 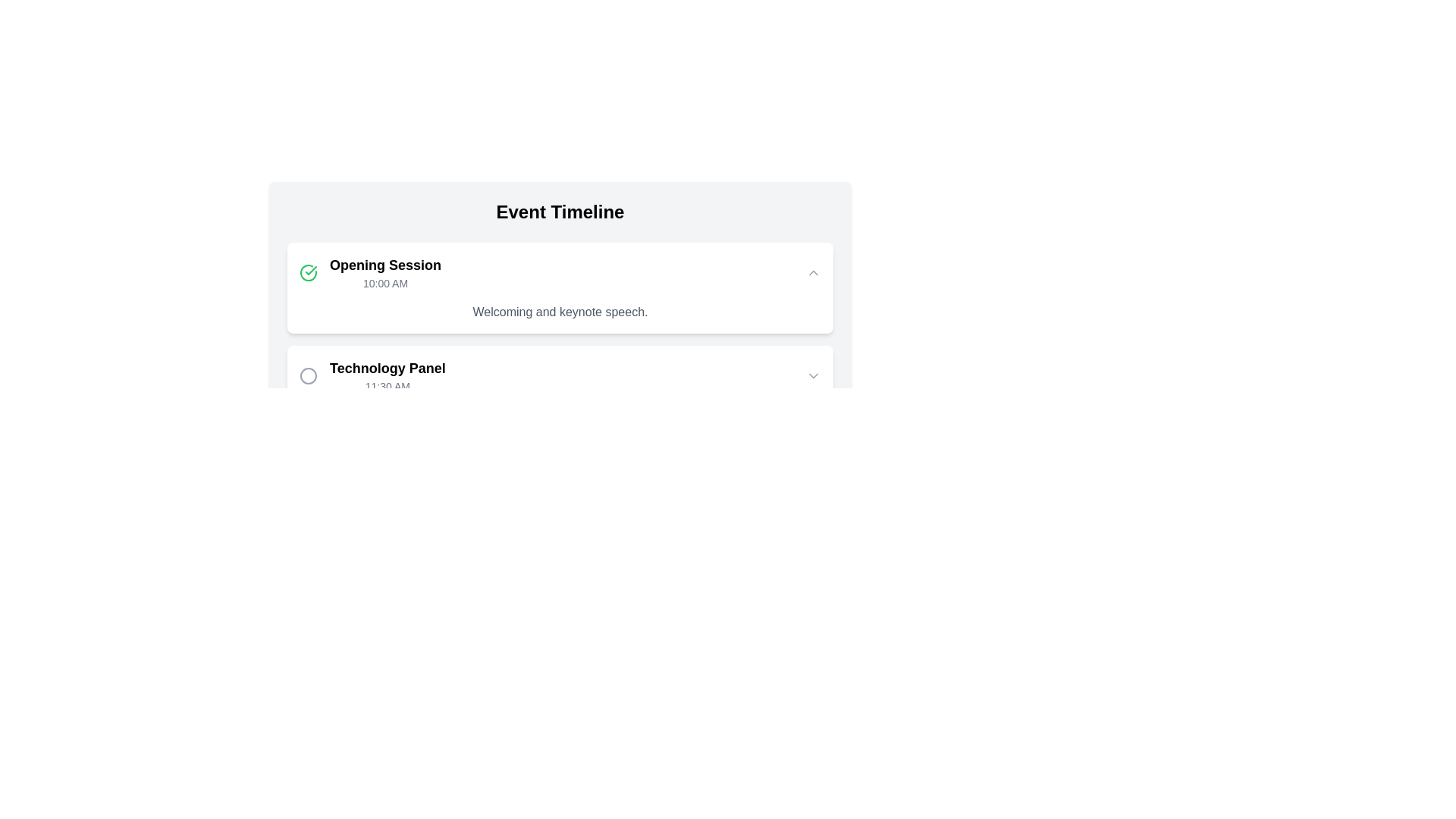 What do you see at coordinates (388, 385) in the screenshot?
I see `the Text label displaying '11:30 AM', which is located below the 'Technology Panel' heading in the event timeline layout` at bounding box center [388, 385].